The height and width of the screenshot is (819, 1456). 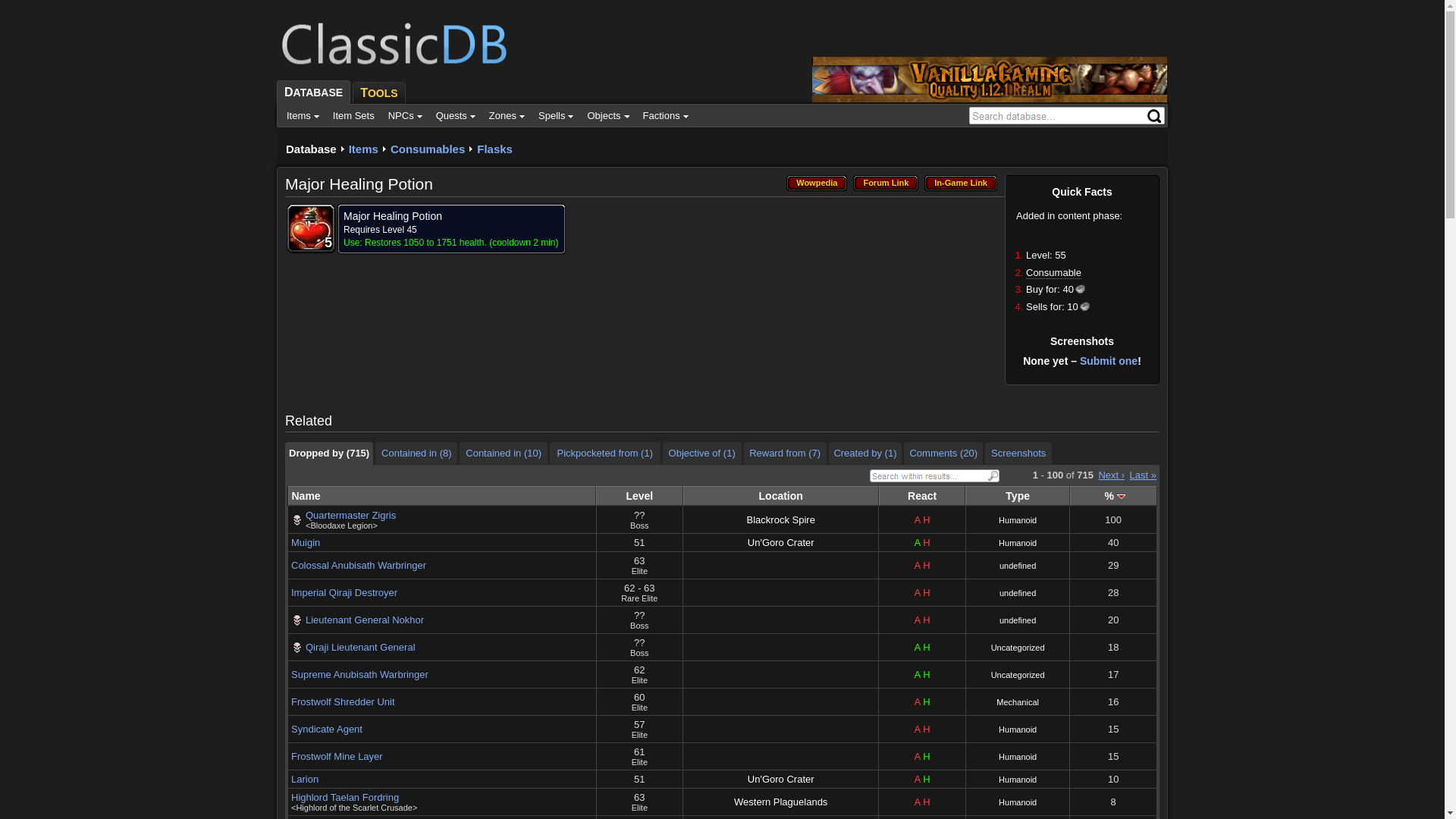 I want to click on 'Created by (1)', so click(x=865, y=452).